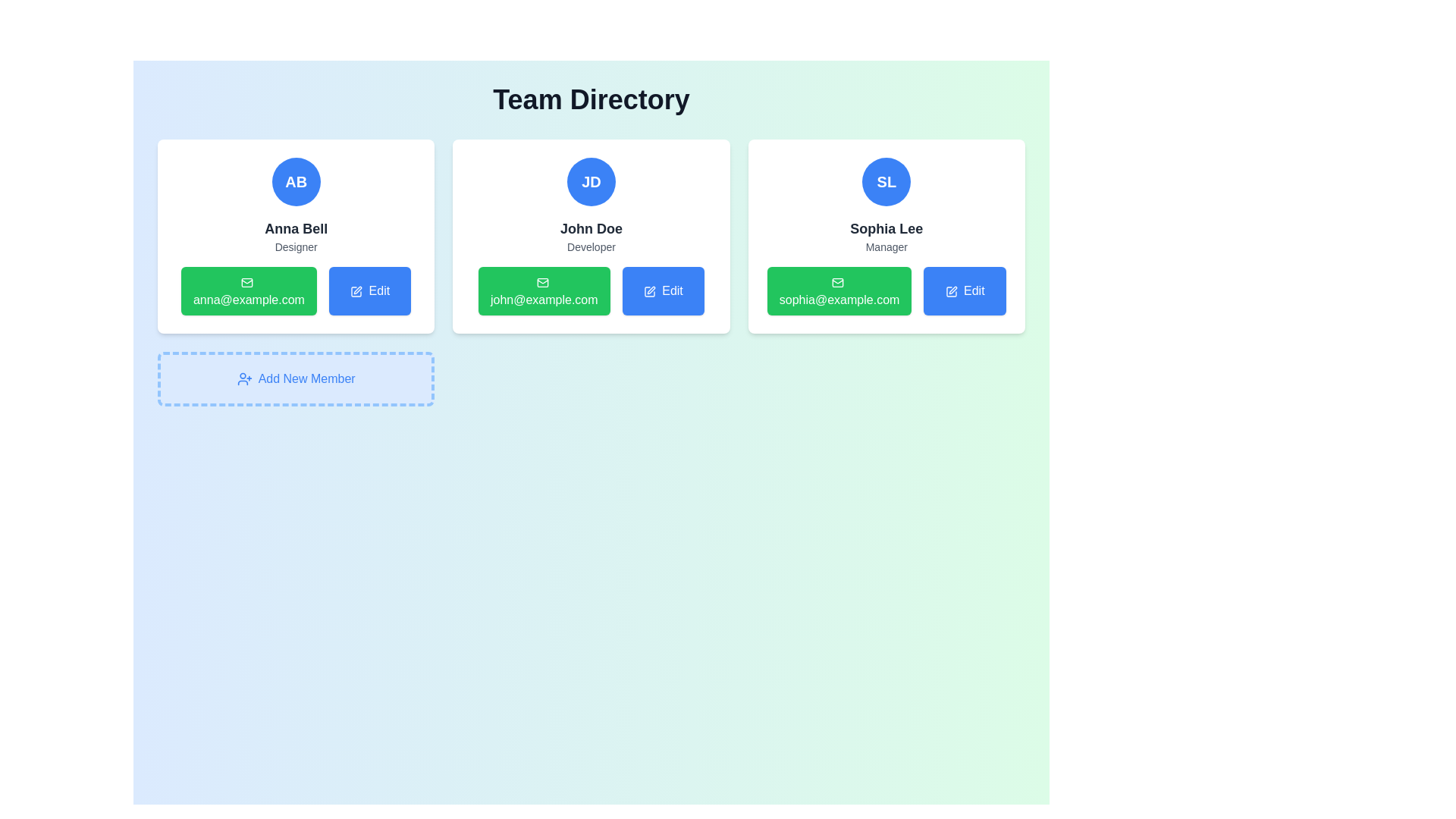 This screenshot has width=1456, height=819. Describe the element at coordinates (296, 237) in the screenshot. I see `the text block that displays the name and role of the individual in the leftmost card, positioned beneath the blue profile avatar labeled 'AB' and above the buttons labeled 'anna@example.com' and 'Edit'` at that location.